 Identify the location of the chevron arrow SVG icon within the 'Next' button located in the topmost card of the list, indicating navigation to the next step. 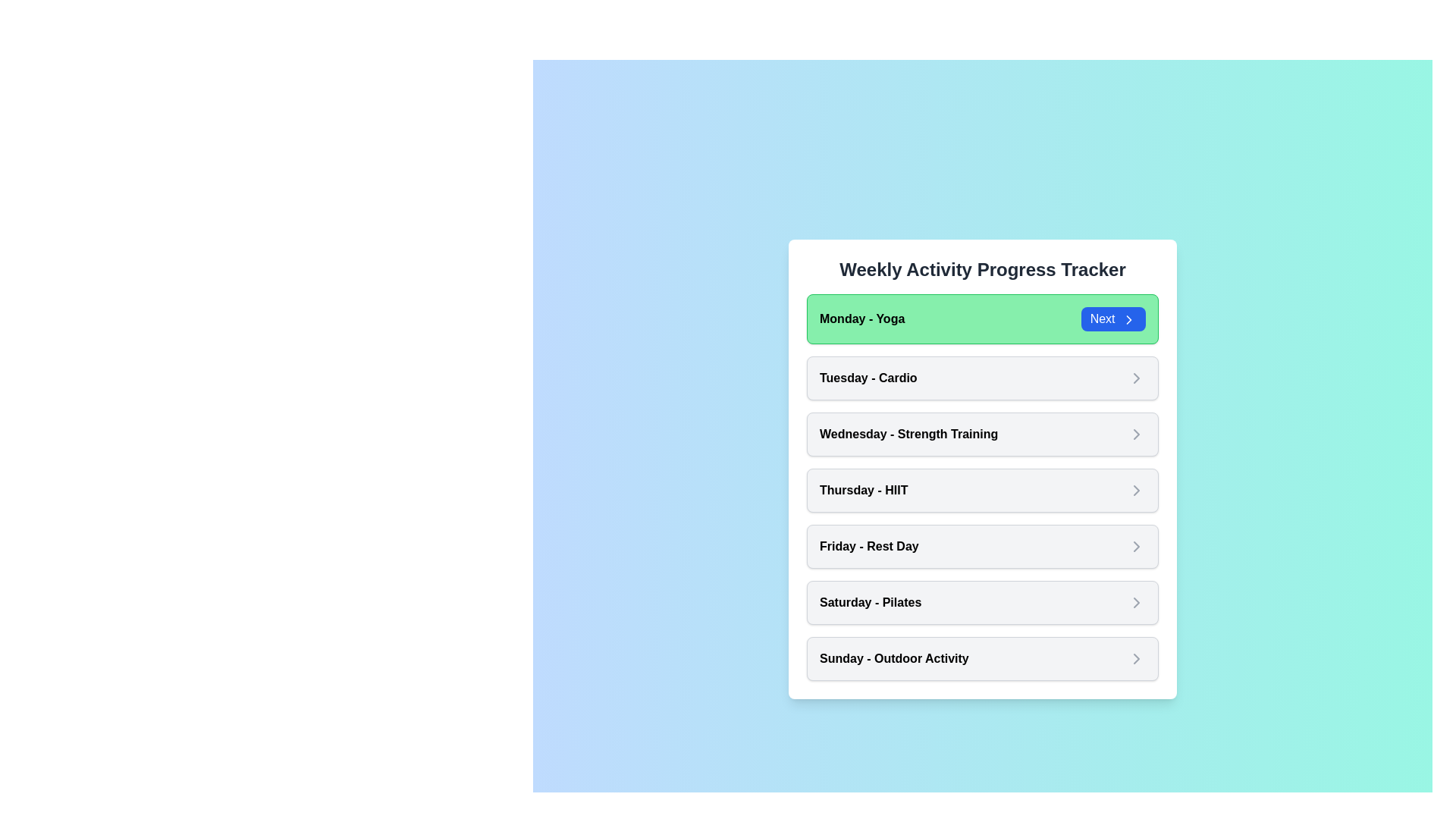
(1136, 601).